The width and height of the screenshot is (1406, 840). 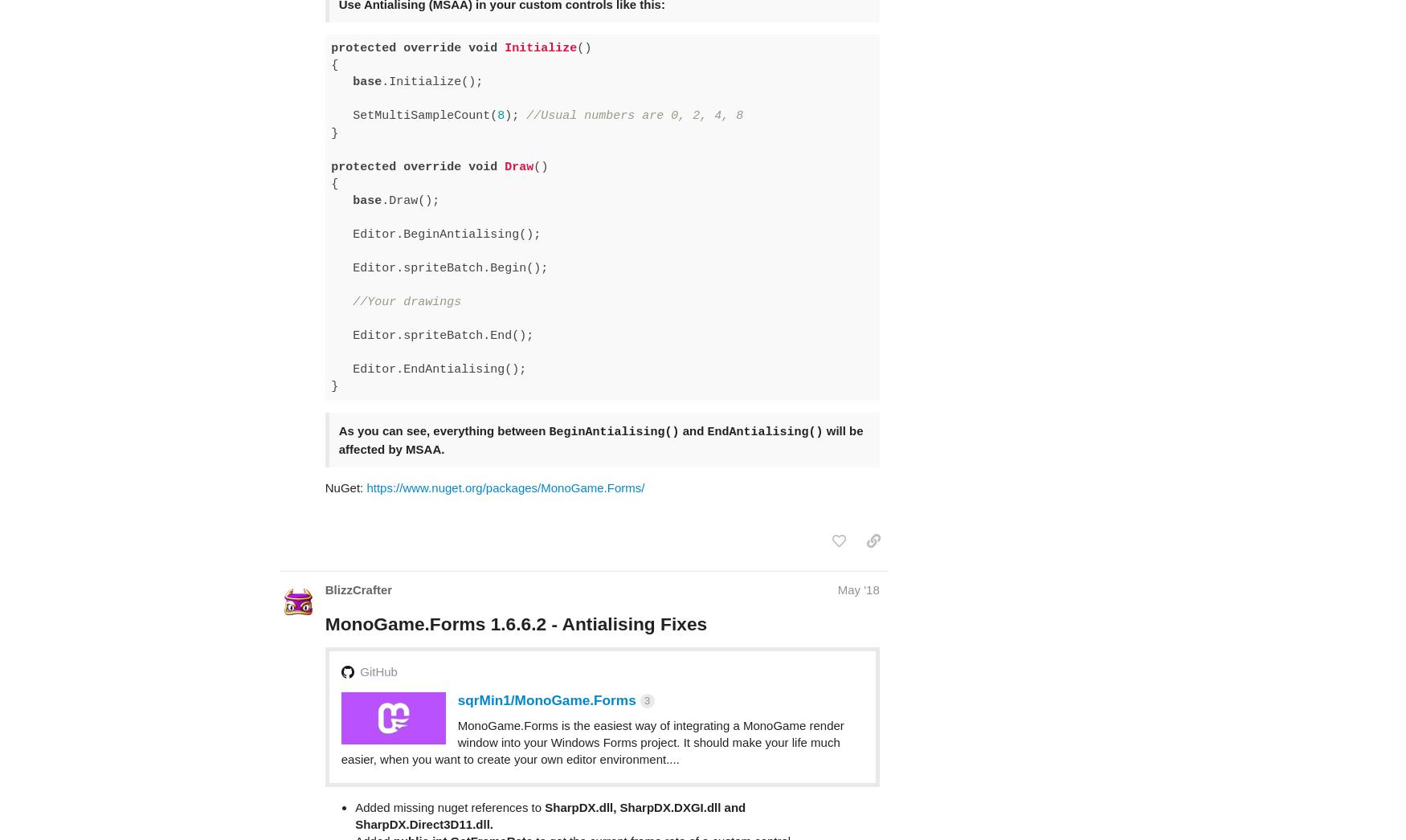 I want to click on 'AntialisingRenderTarget', so click(x=448, y=829).